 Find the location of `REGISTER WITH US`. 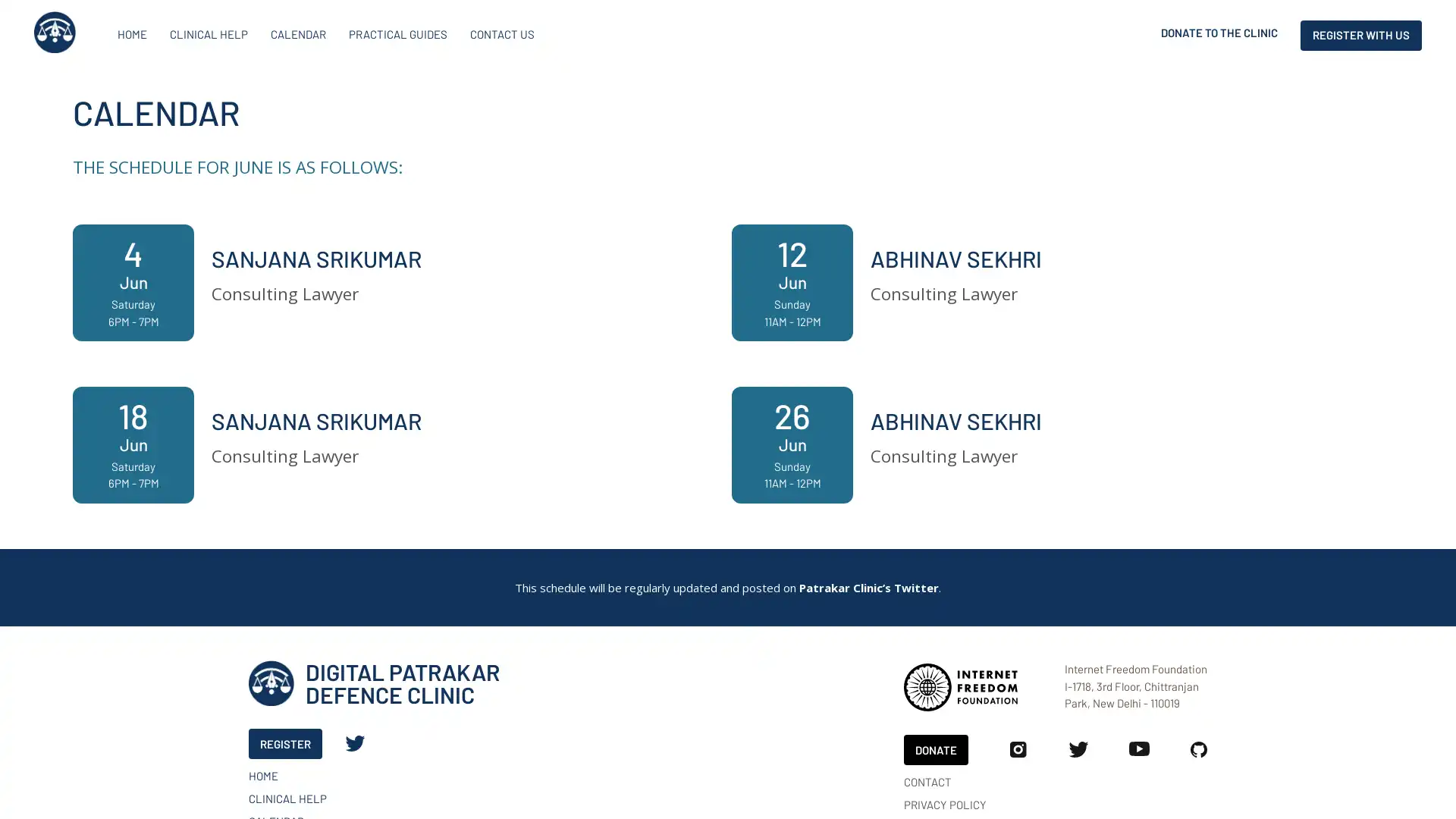

REGISTER WITH US is located at coordinates (1361, 34).